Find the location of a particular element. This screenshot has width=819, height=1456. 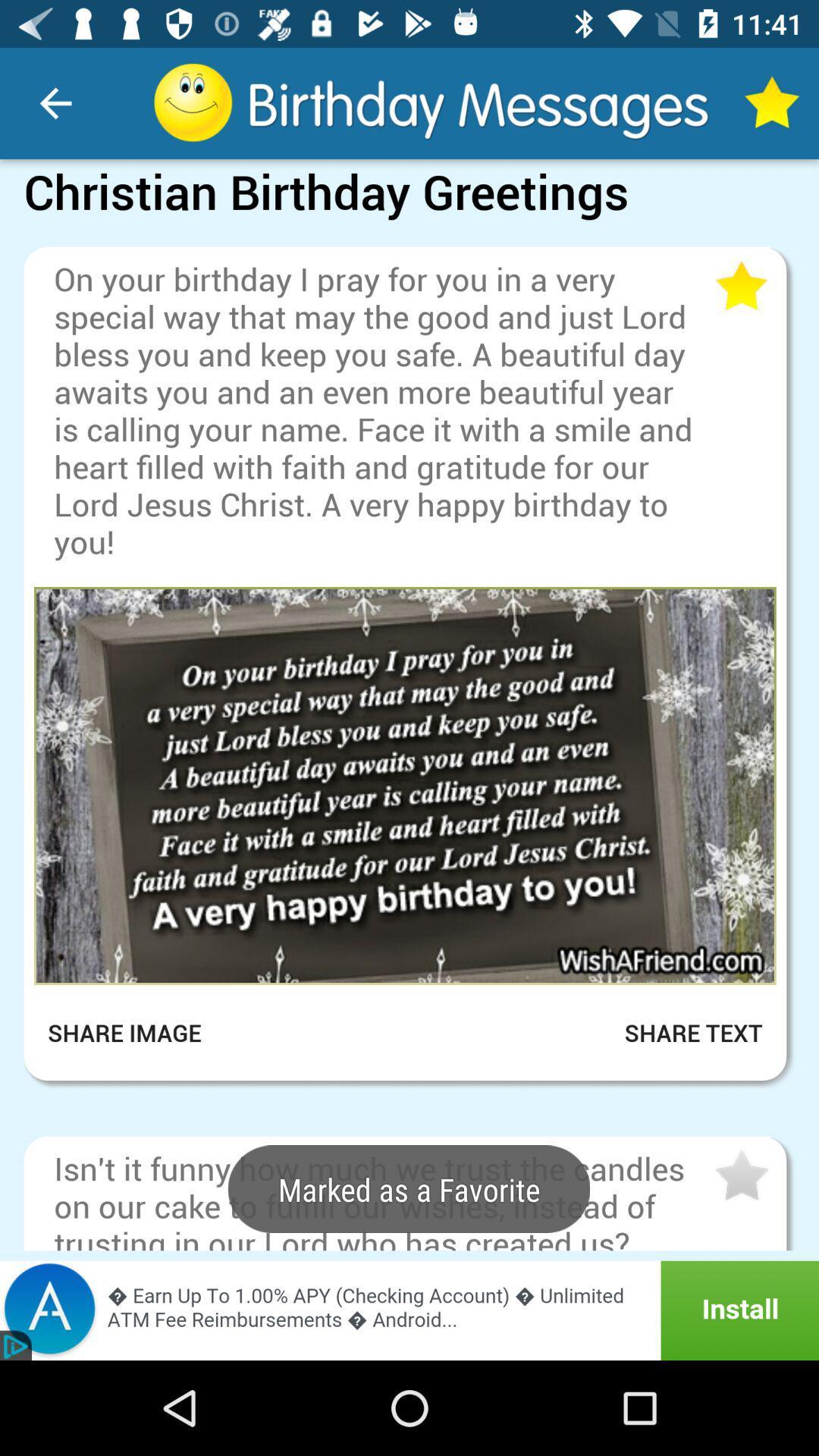

item at the bottom left corner is located at coordinates (134, 1032).